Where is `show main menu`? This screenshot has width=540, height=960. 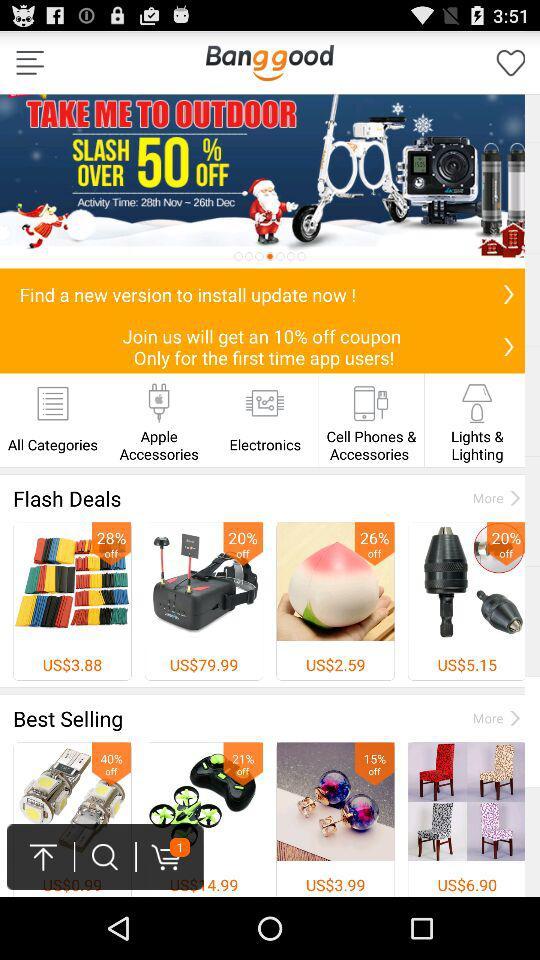 show main menu is located at coordinates (29, 62).